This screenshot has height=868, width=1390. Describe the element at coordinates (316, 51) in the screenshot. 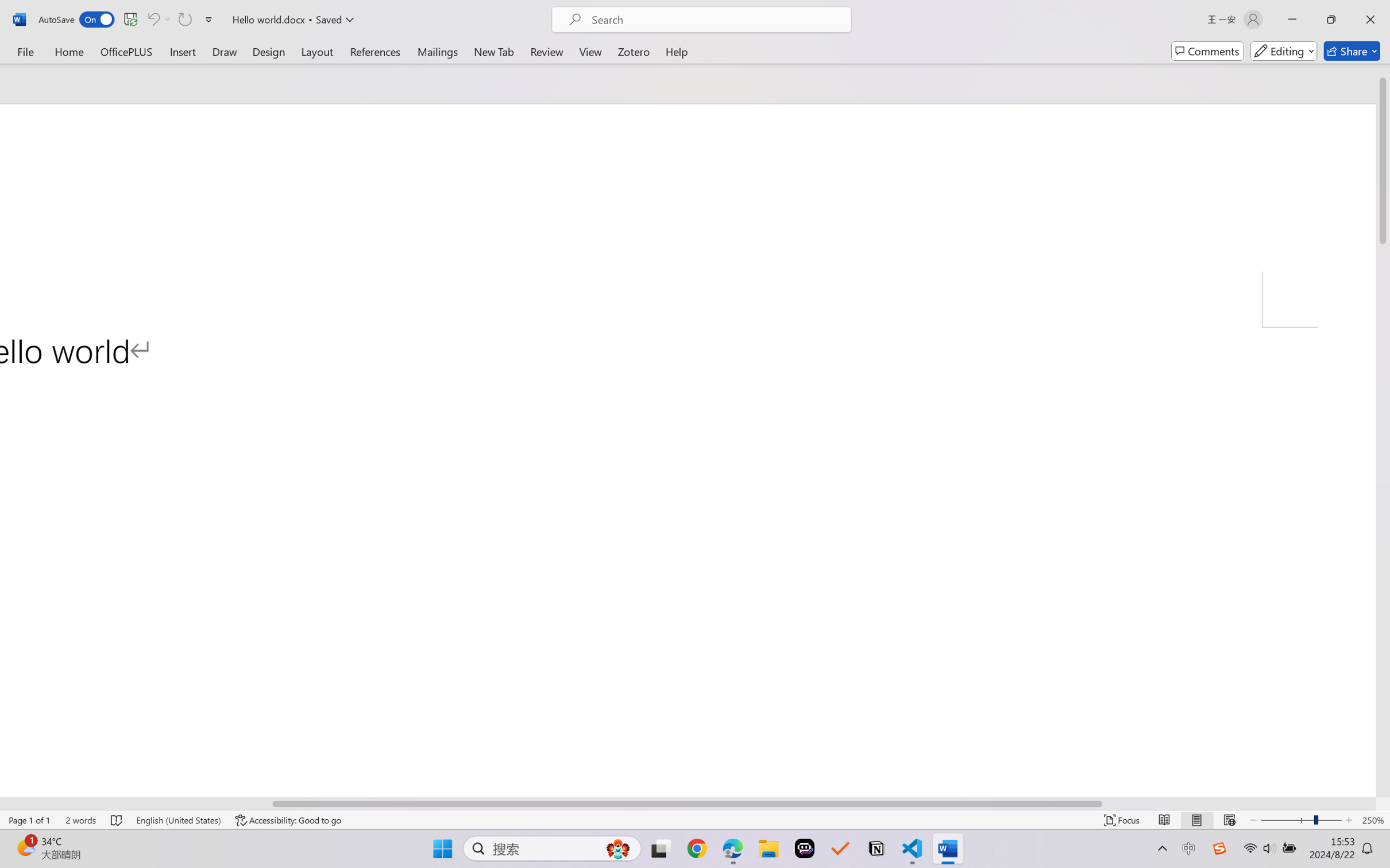

I see `'Layout'` at that location.